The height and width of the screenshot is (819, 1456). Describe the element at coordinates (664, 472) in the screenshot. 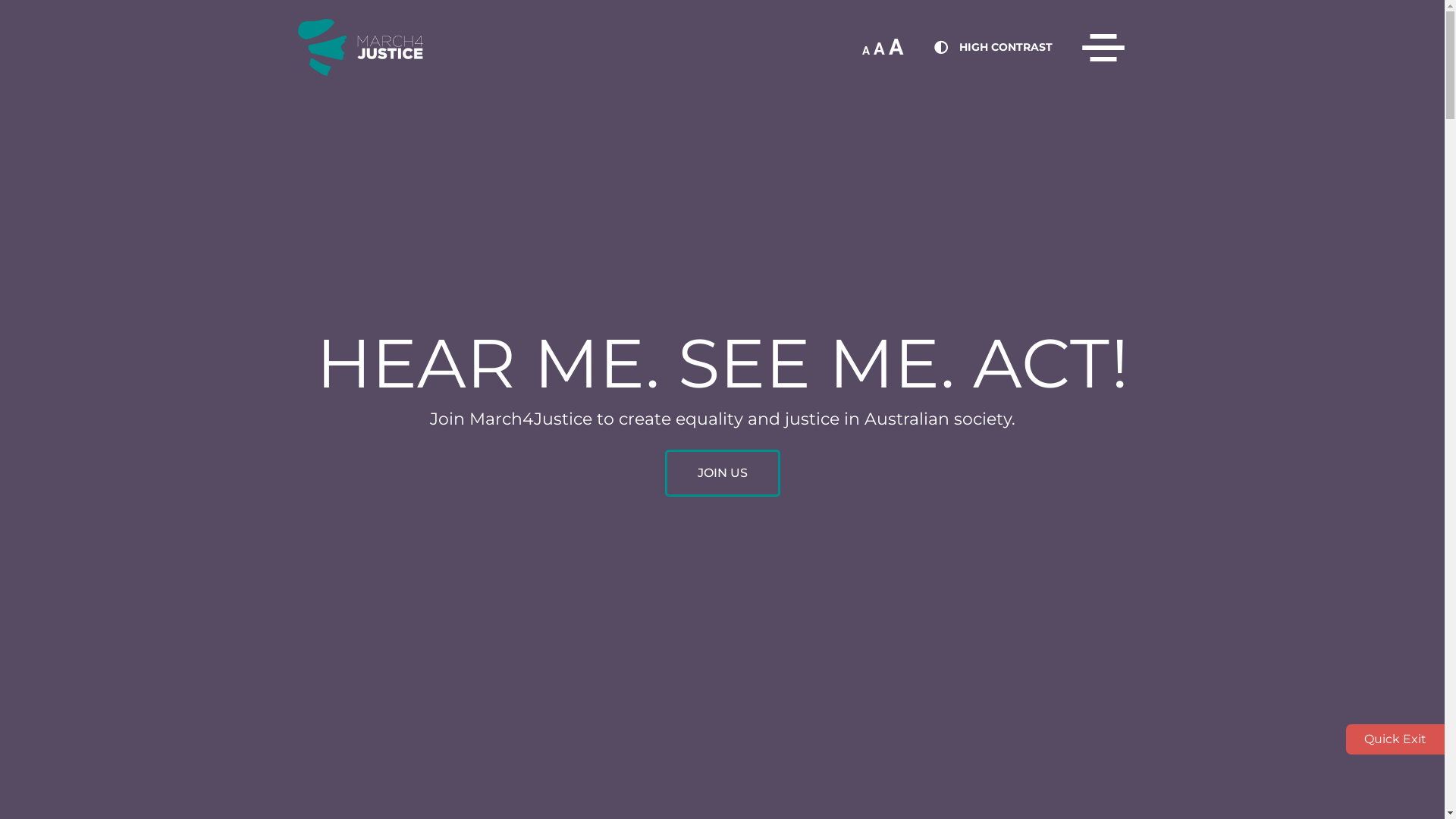

I see `'JOIN US'` at that location.